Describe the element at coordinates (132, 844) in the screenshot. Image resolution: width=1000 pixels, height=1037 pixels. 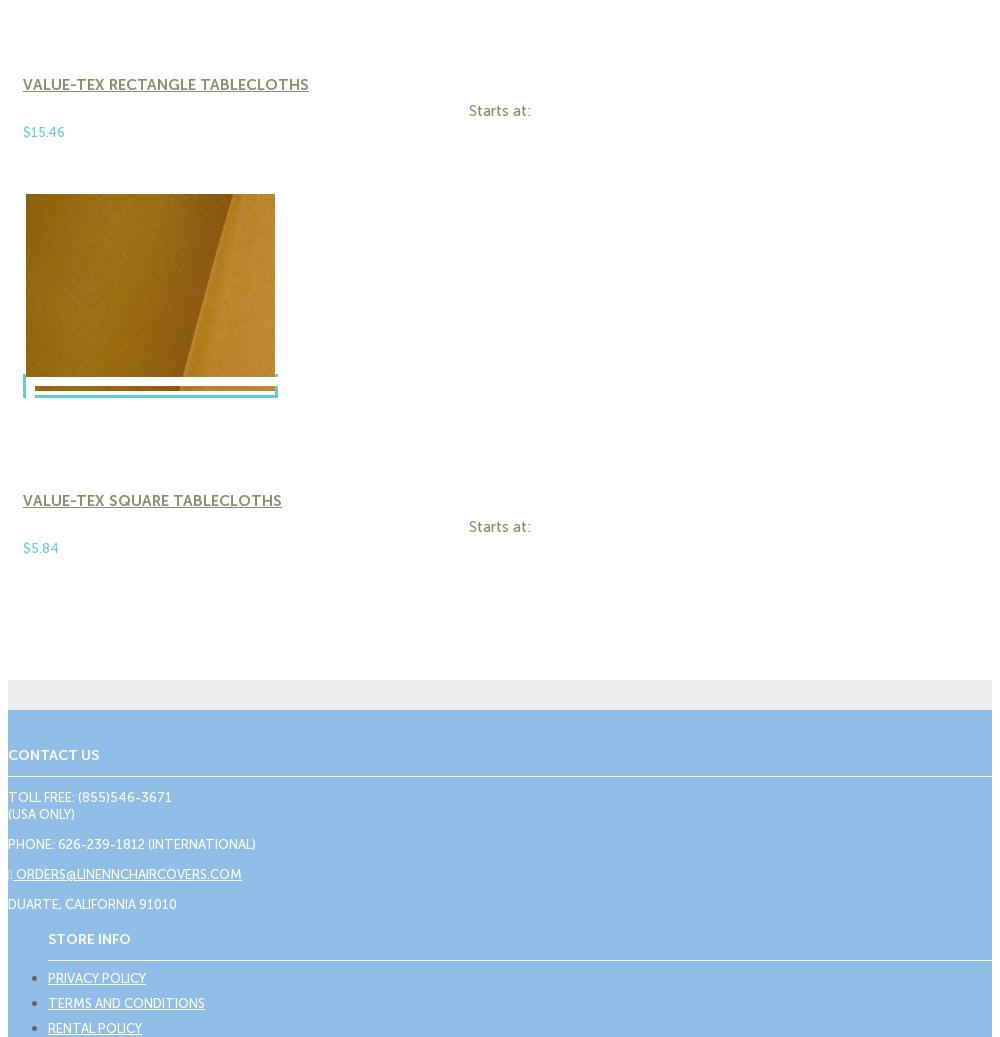
I see `'Phone: 626-239-1812 (International)'` at that location.